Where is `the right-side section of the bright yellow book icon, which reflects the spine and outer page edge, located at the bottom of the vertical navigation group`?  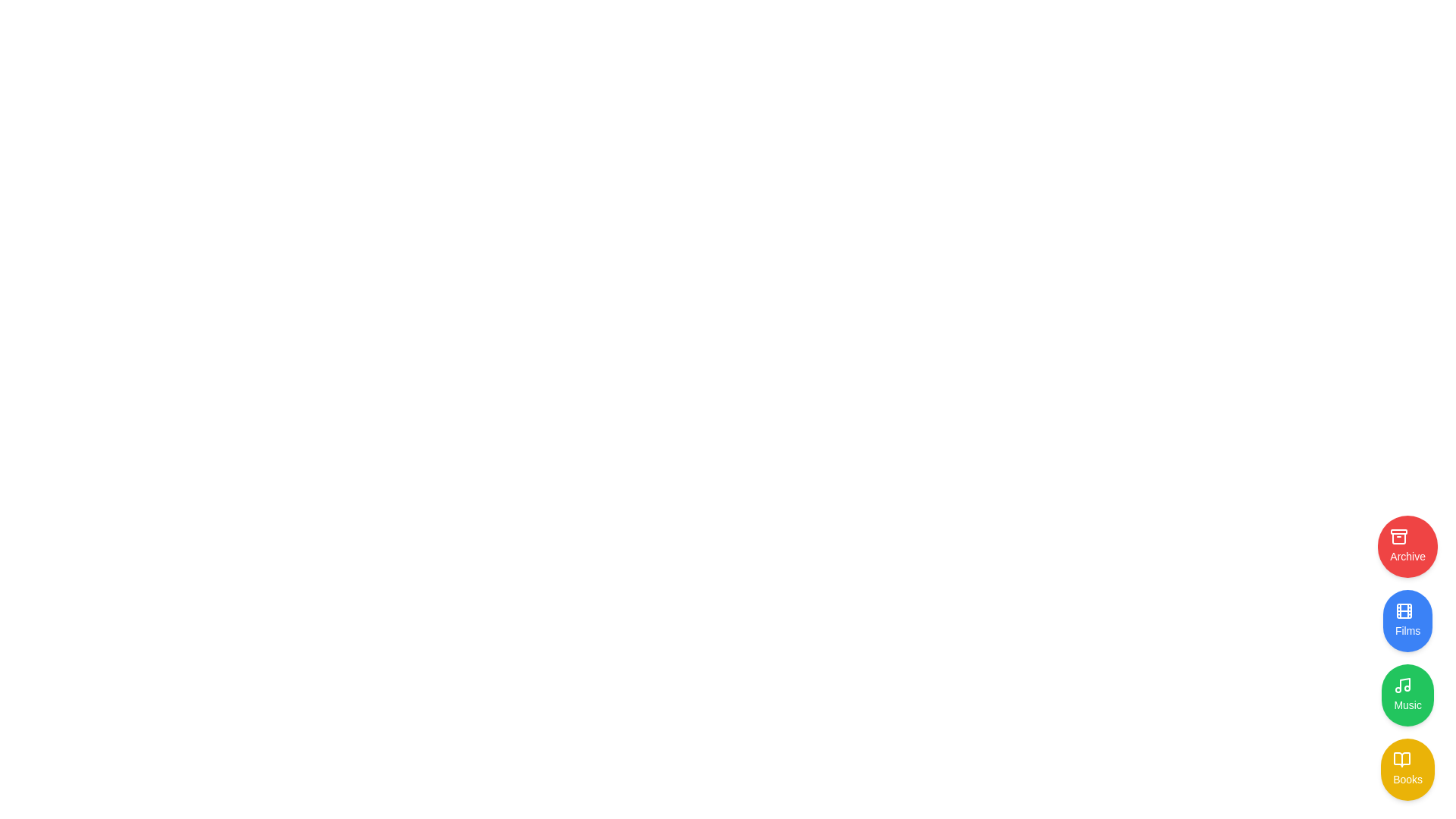
the right-side section of the bright yellow book icon, which reflects the spine and outer page edge, located at the bottom of the vertical navigation group is located at coordinates (1401, 760).